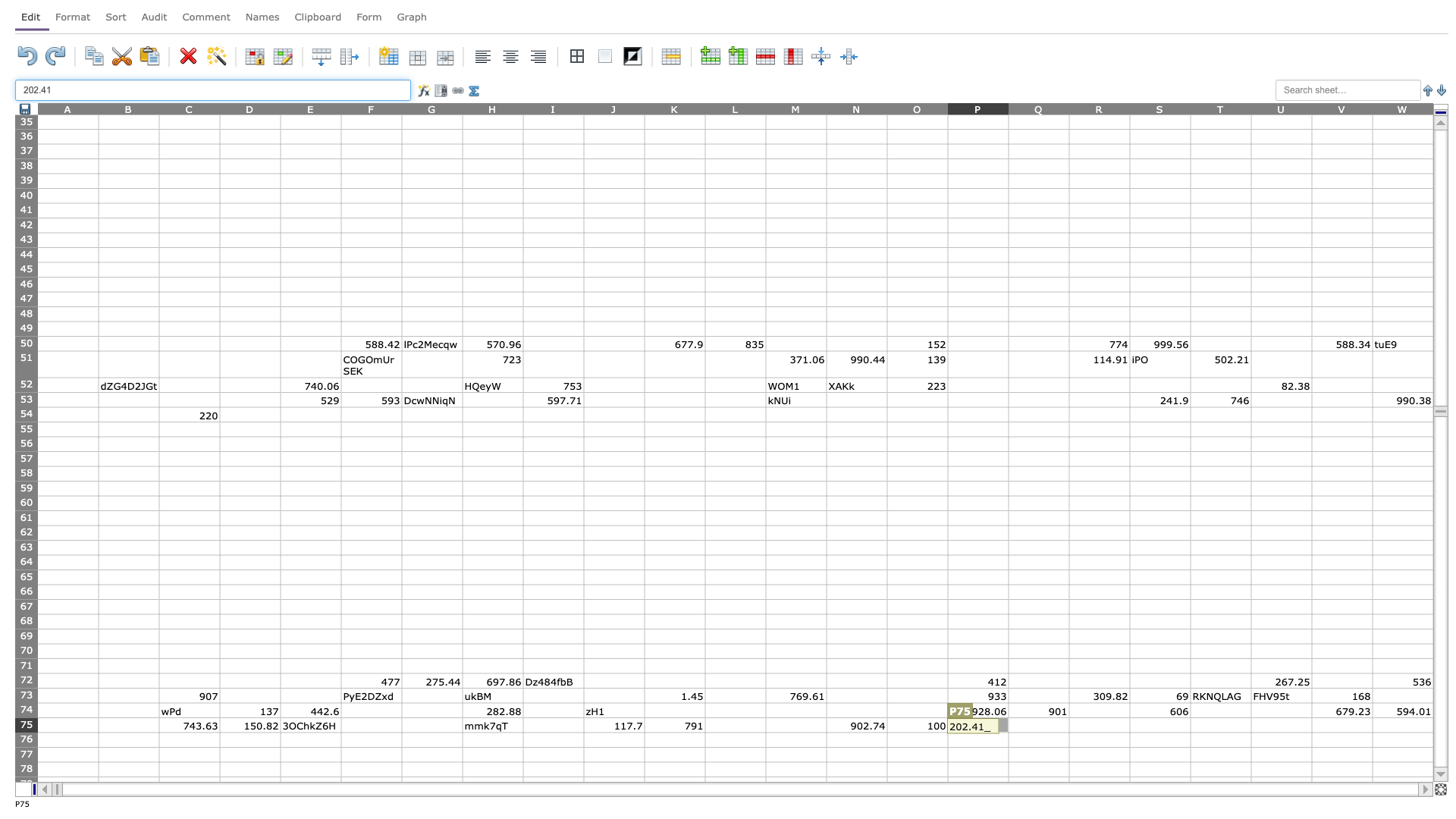 The height and width of the screenshot is (819, 1456). What do you see at coordinates (1008, 717) in the screenshot?
I see `Top left corner of Q-75` at bounding box center [1008, 717].